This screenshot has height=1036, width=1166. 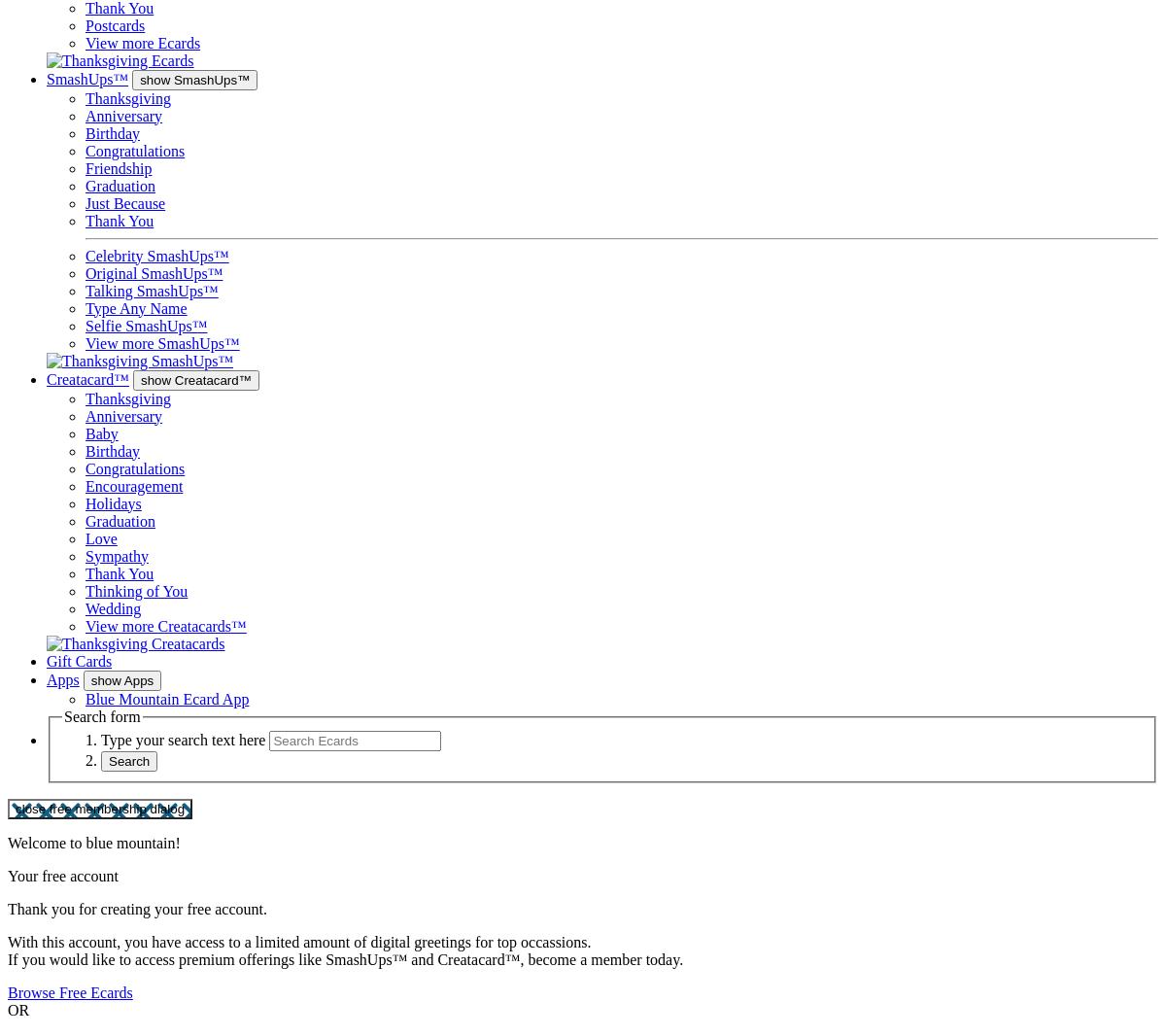 I want to click on 'Baby', so click(x=101, y=432).